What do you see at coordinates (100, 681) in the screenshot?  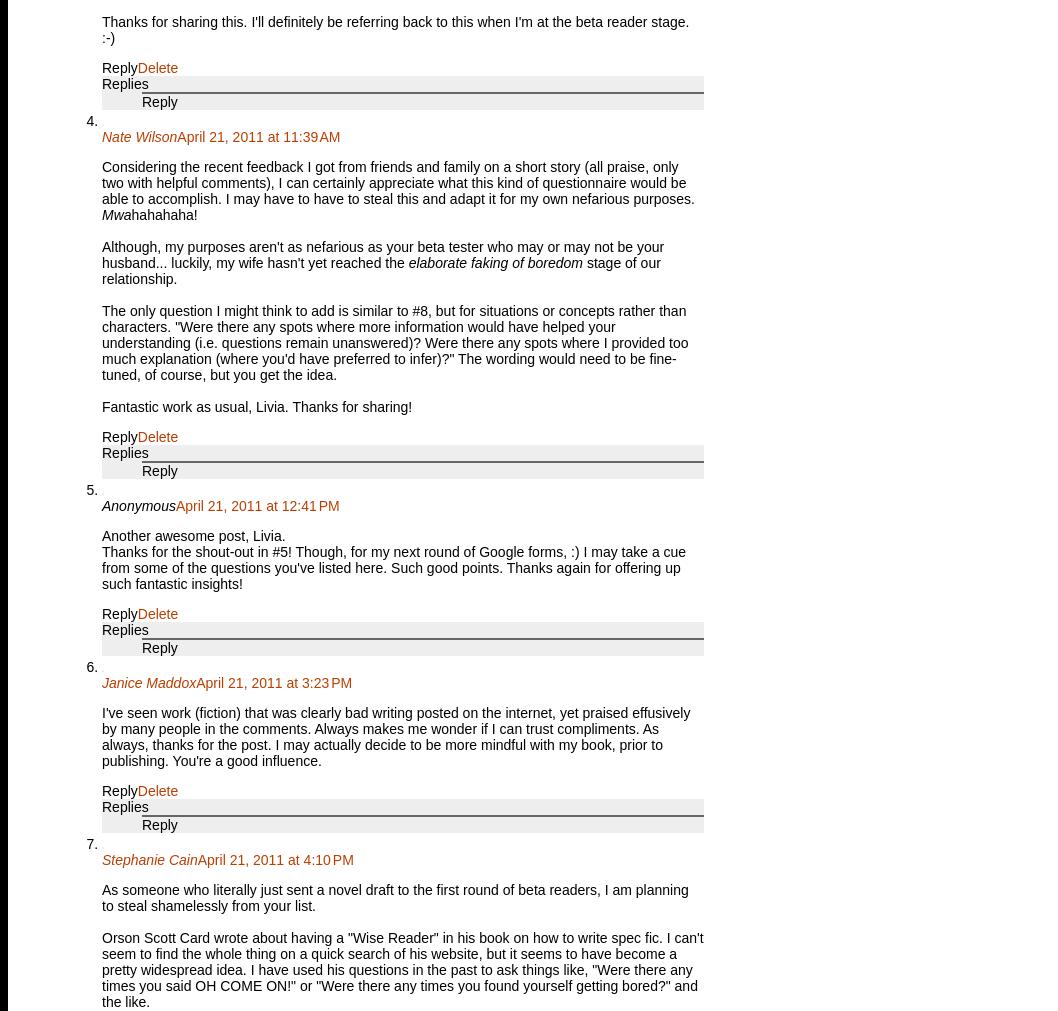 I see `'Janice Maddox'` at bounding box center [100, 681].